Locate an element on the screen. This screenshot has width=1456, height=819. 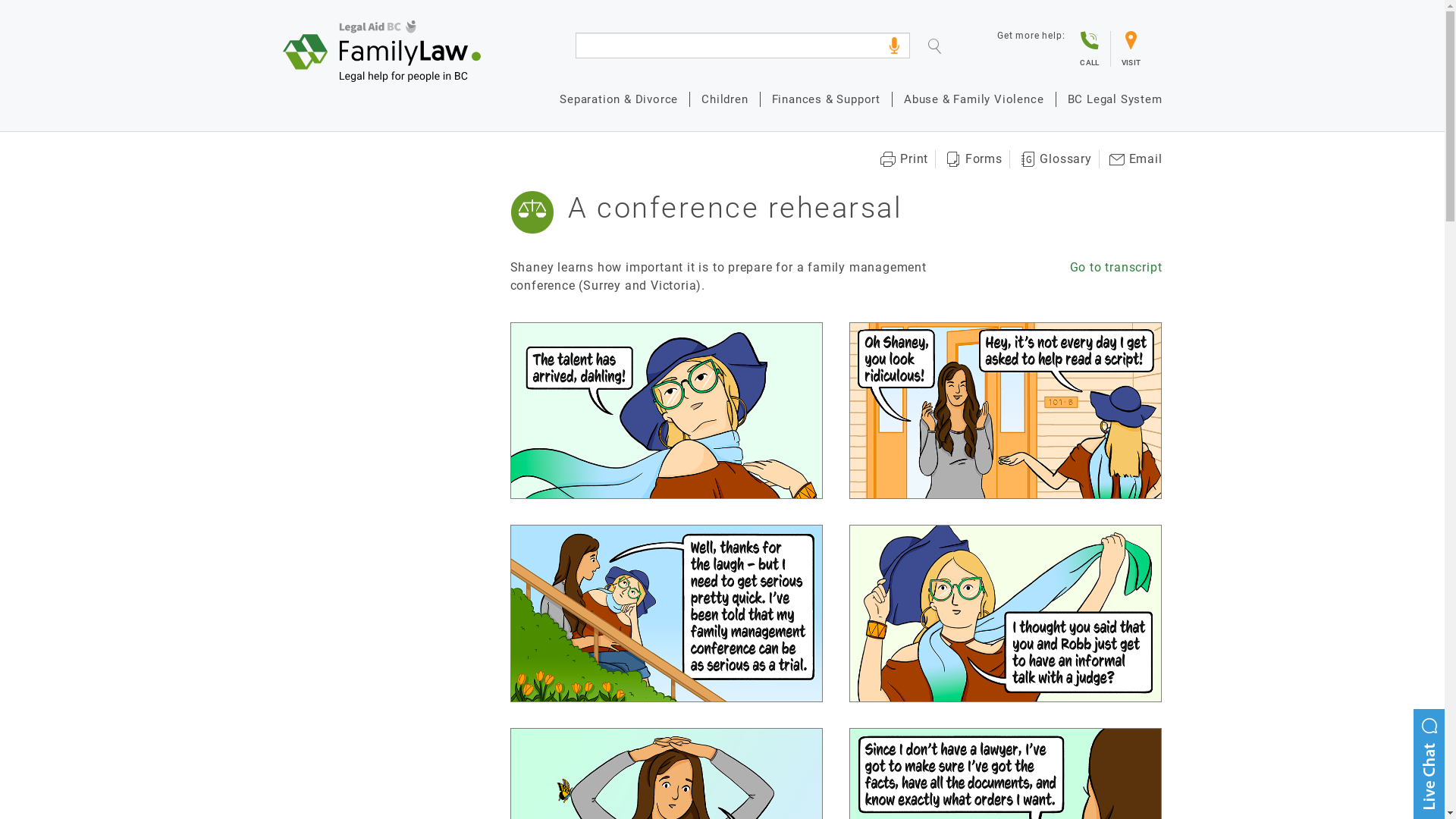
'CALL' is located at coordinates (1088, 47).